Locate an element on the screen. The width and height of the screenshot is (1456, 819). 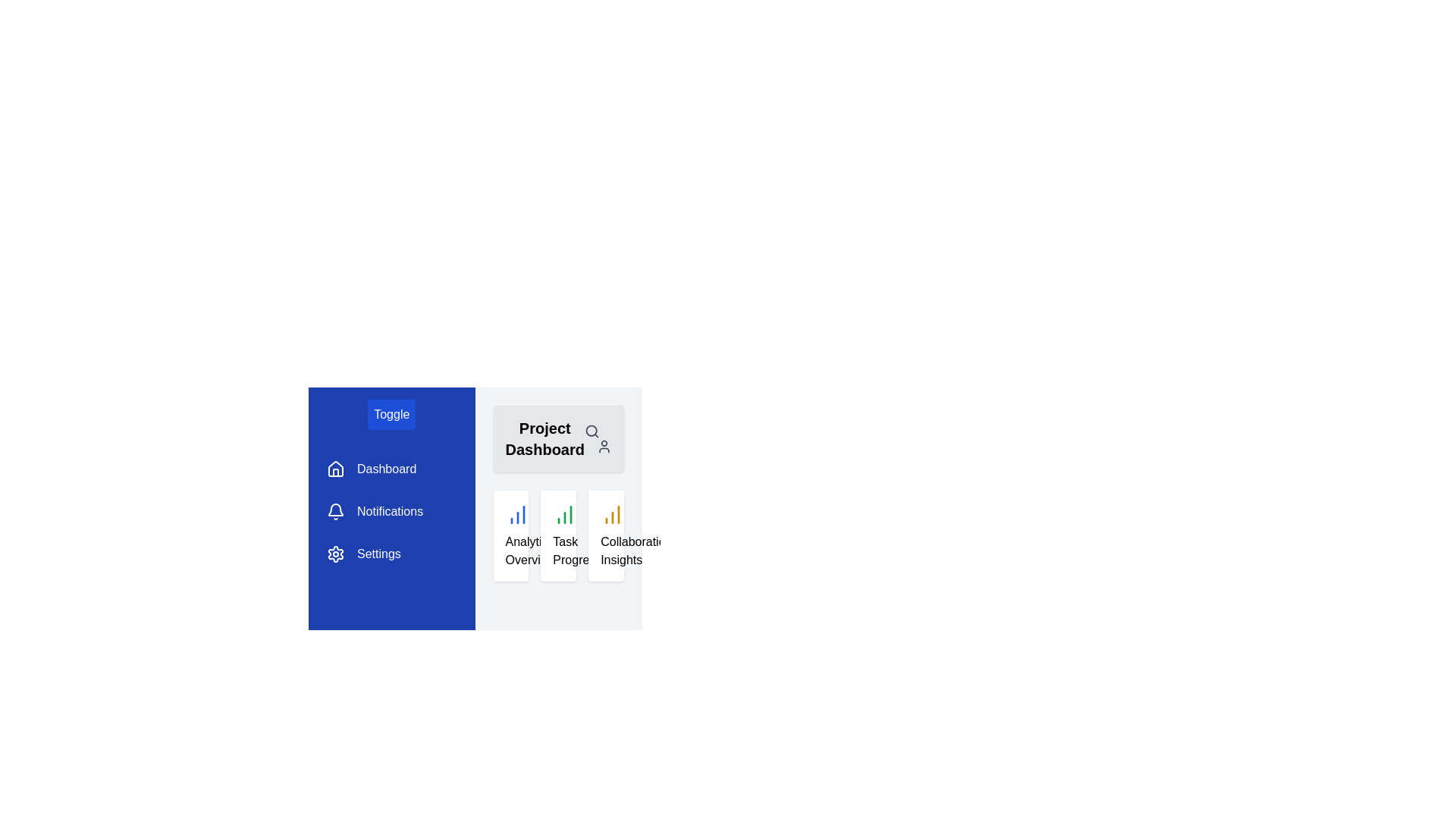
the third card in the 'Project Dashboard' labeled as a collaboration insights card is located at coordinates (605, 535).